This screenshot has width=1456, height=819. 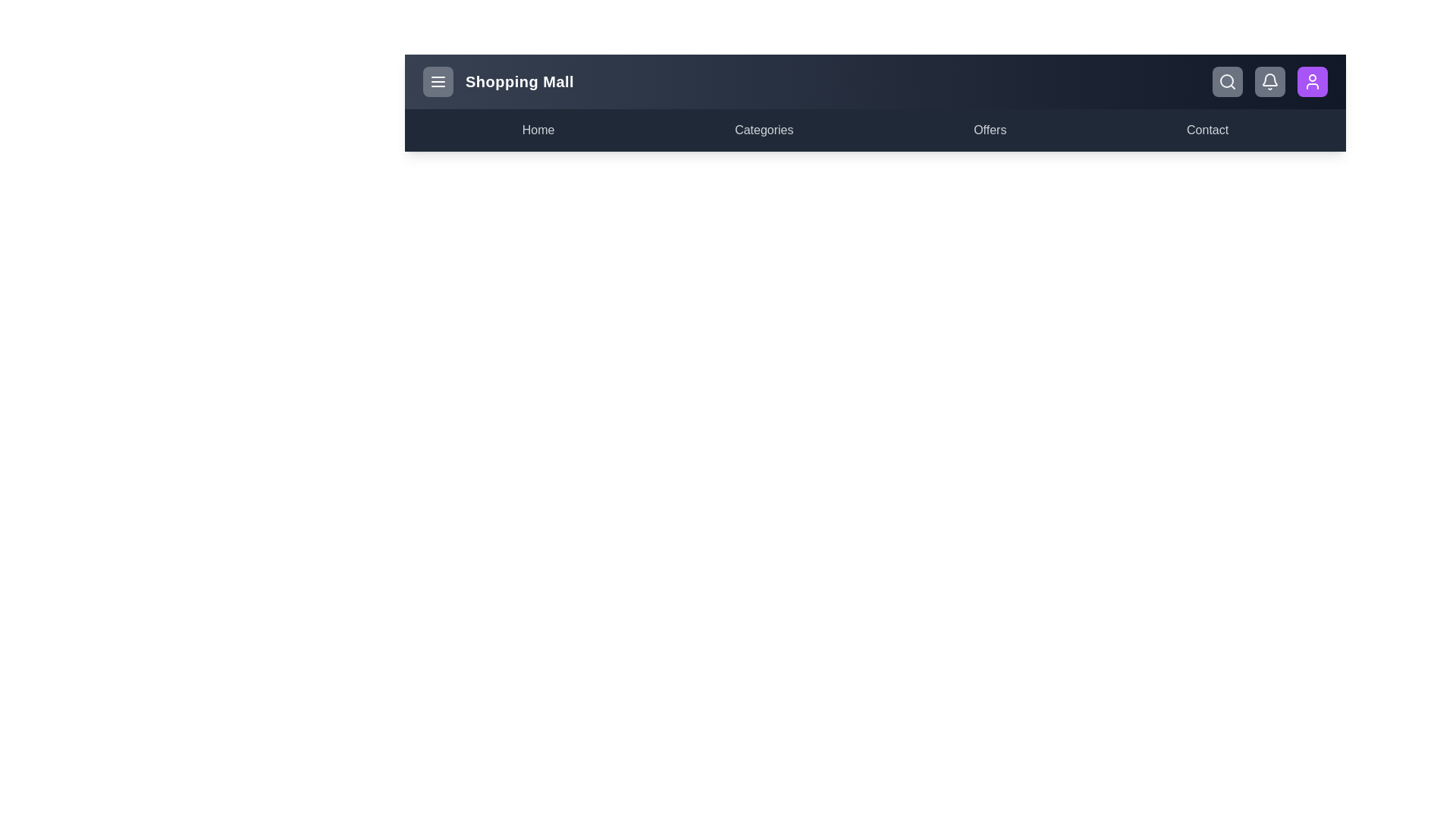 What do you see at coordinates (1227, 82) in the screenshot?
I see `the search button` at bounding box center [1227, 82].